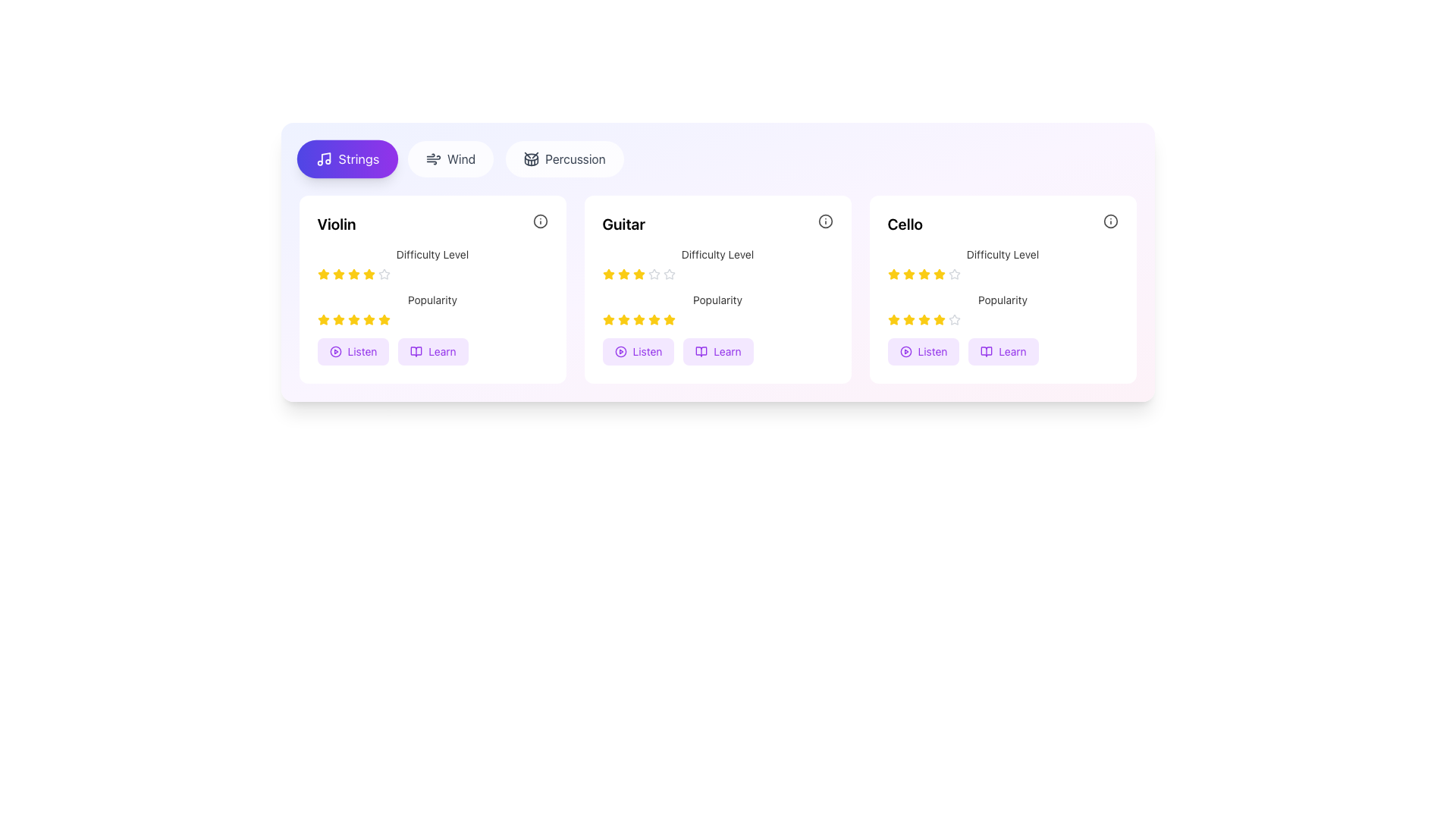  I want to click on the first star icon in the second row of the Guitar card, which is part of a rating system, so click(608, 318).